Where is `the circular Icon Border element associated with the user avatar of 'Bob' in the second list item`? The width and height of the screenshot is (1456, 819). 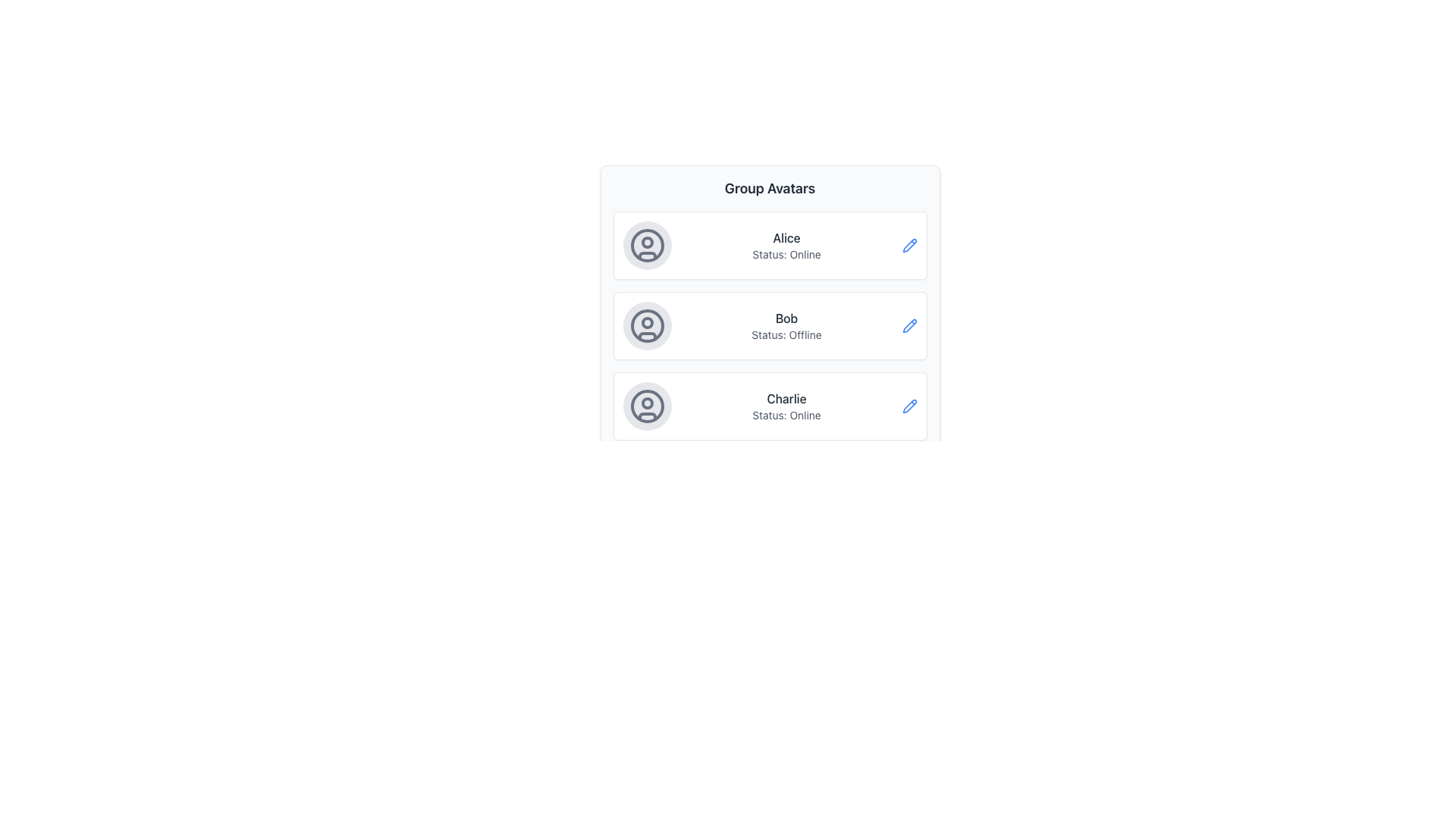
the circular Icon Border element associated with the user avatar of 'Bob' in the second list item is located at coordinates (647, 325).